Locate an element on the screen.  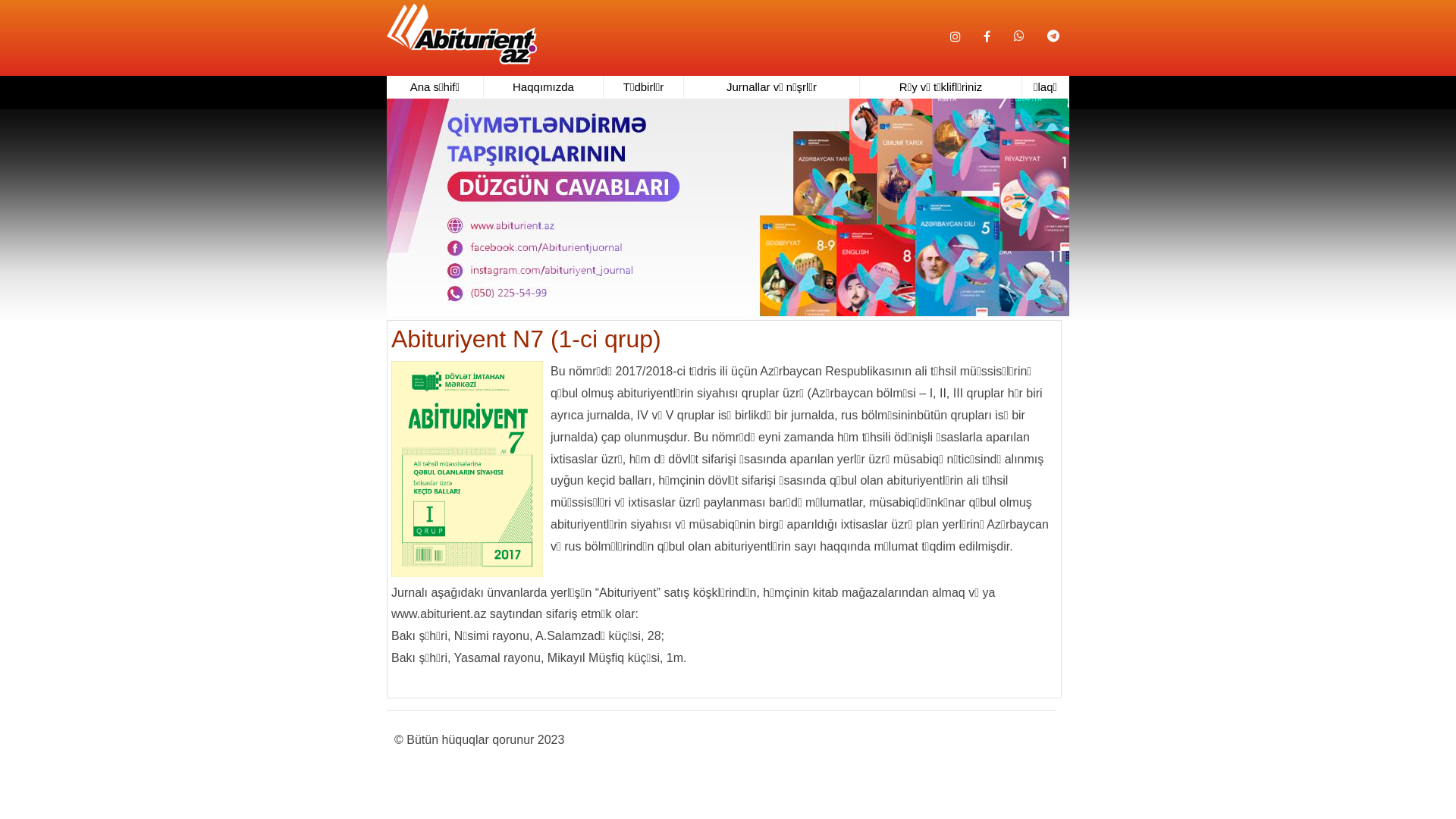
'Watsapp' is located at coordinates (1019, 26).